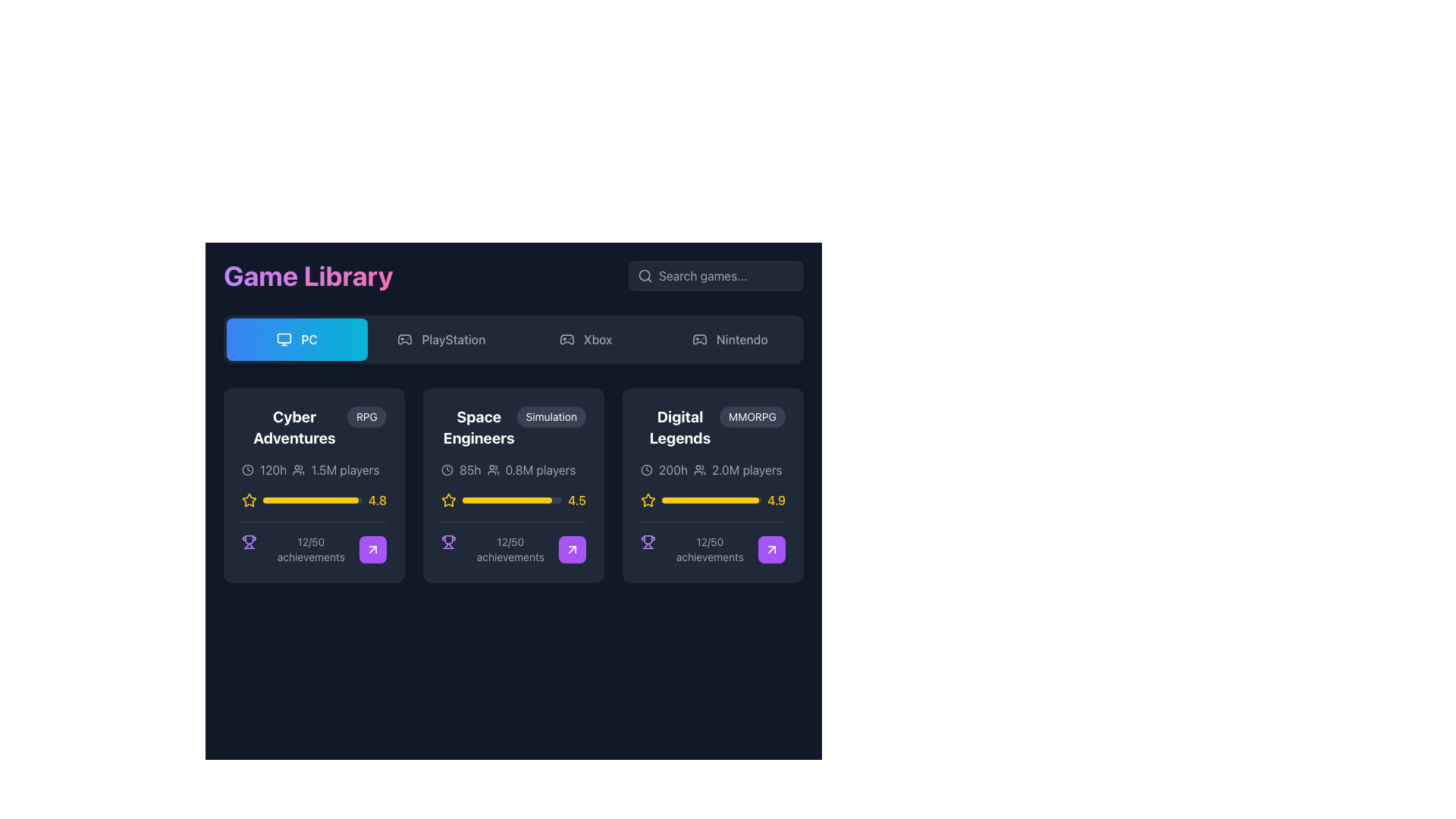 This screenshot has width=1456, height=819. What do you see at coordinates (447, 469) in the screenshot?
I see `the SVG circle that represents time information in the 'Space Engineers' game card, located centrally on the top-left side of the card interface` at bounding box center [447, 469].